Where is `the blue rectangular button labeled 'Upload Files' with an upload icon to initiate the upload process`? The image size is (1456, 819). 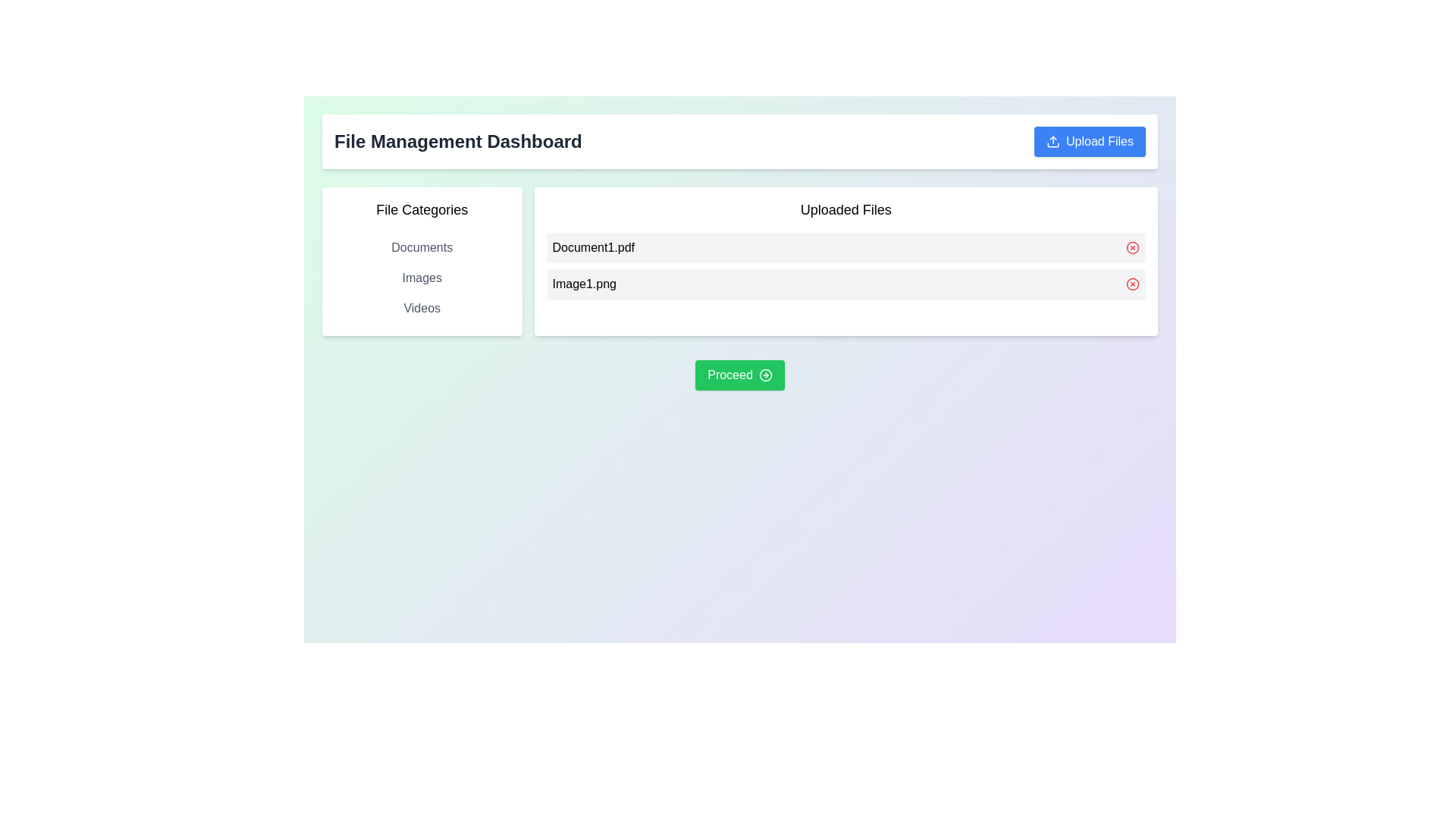
the blue rectangular button labeled 'Upload Files' with an upload icon to initiate the upload process is located at coordinates (1089, 141).